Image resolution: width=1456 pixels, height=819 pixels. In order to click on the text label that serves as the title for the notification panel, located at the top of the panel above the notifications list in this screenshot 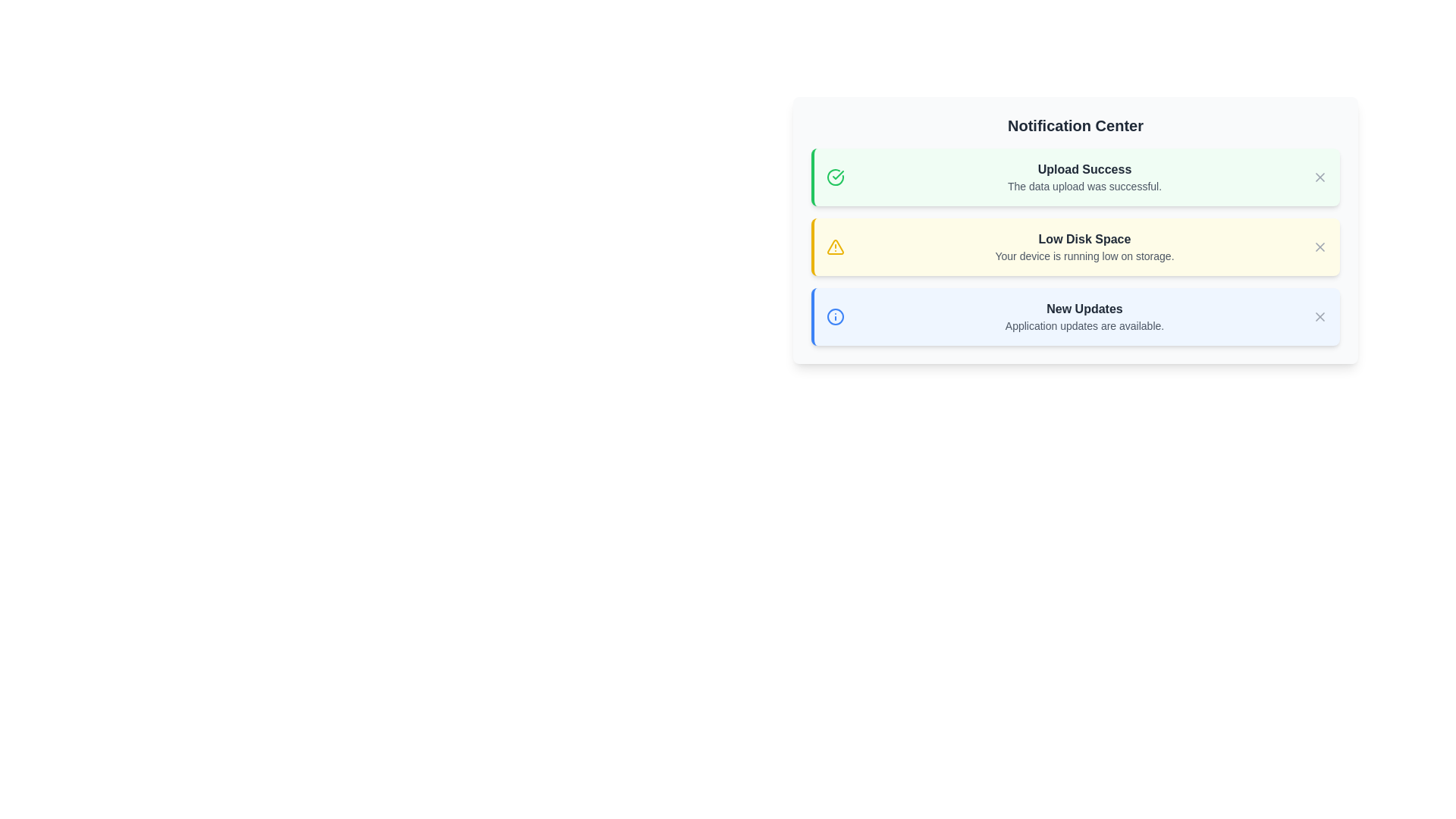, I will do `click(1075, 124)`.